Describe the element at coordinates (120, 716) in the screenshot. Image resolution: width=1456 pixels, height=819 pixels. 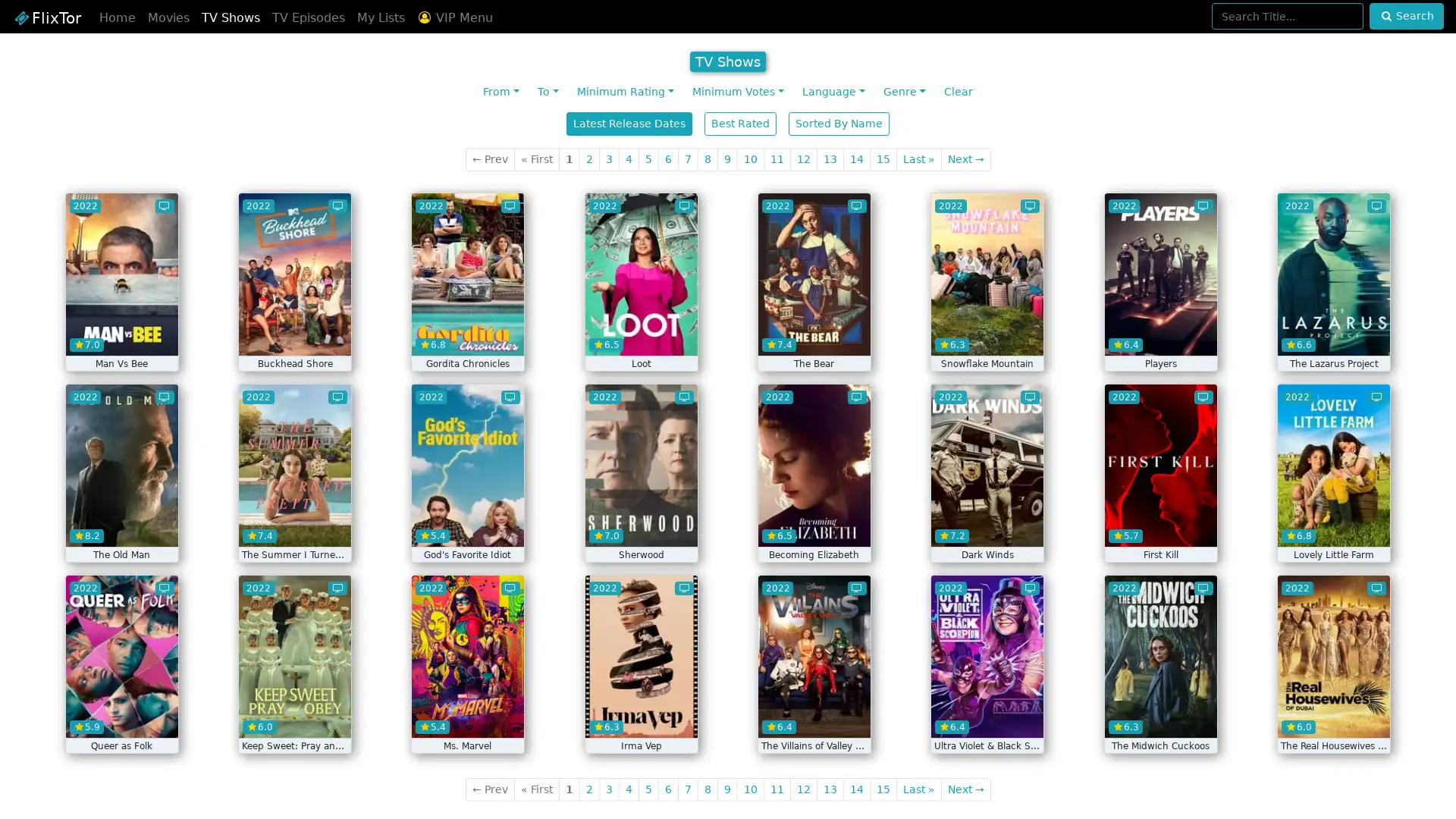
I see `Watch Now` at that location.